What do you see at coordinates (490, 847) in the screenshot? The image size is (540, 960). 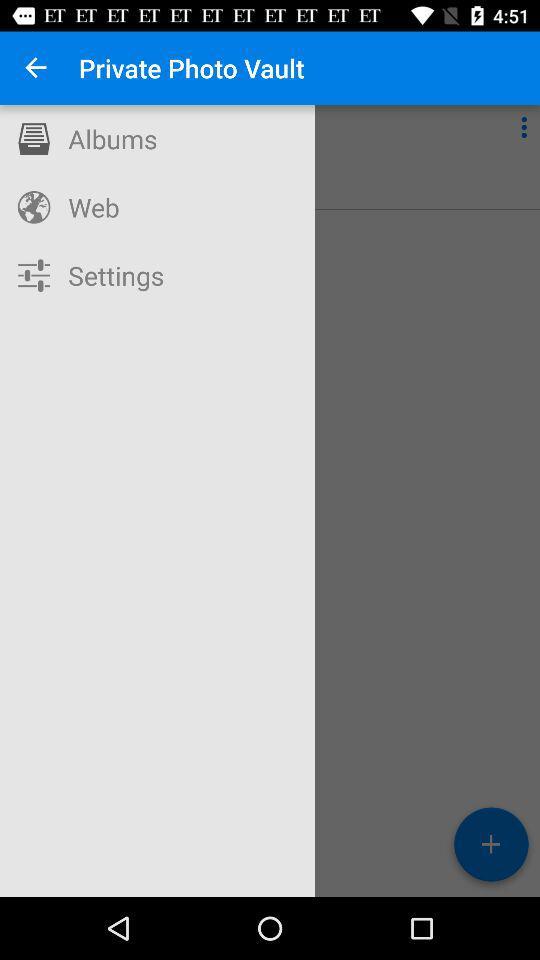 I see `the add icon` at bounding box center [490, 847].